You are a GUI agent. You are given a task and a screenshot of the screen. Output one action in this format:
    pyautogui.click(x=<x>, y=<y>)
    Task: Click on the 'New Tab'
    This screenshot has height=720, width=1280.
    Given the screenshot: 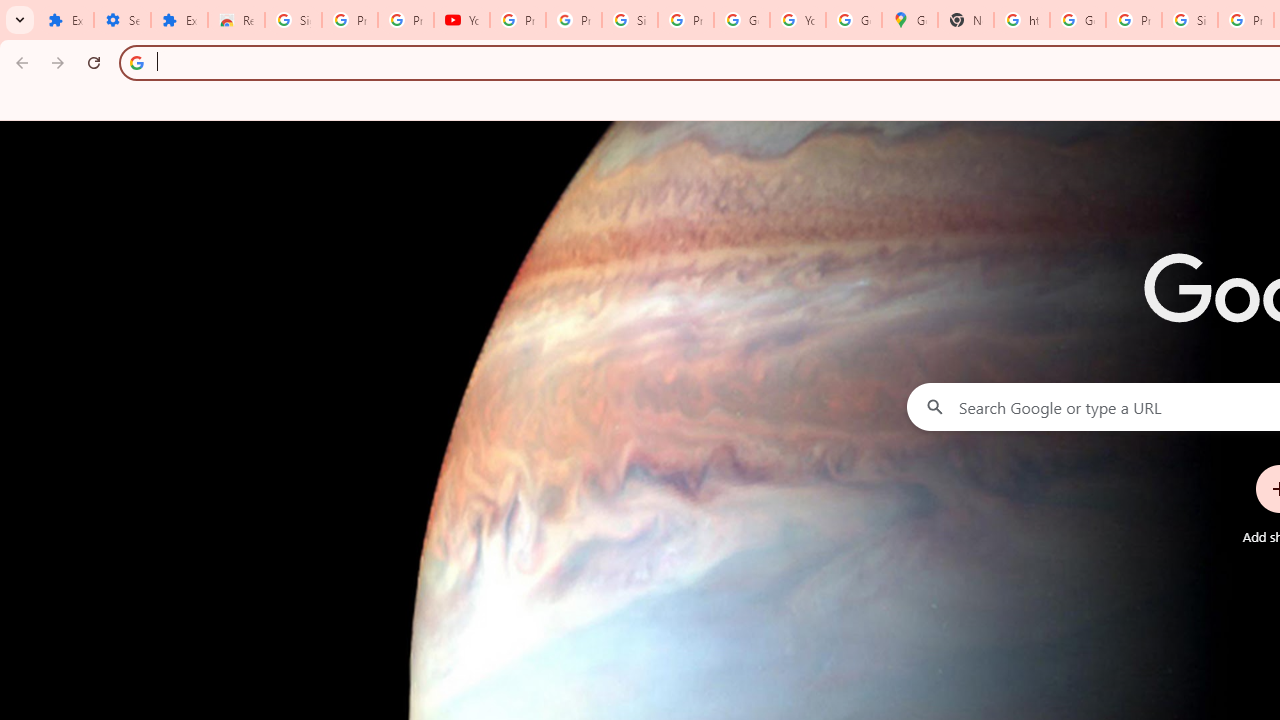 What is the action you would take?
    pyautogui.click(x=966, y=20)
    